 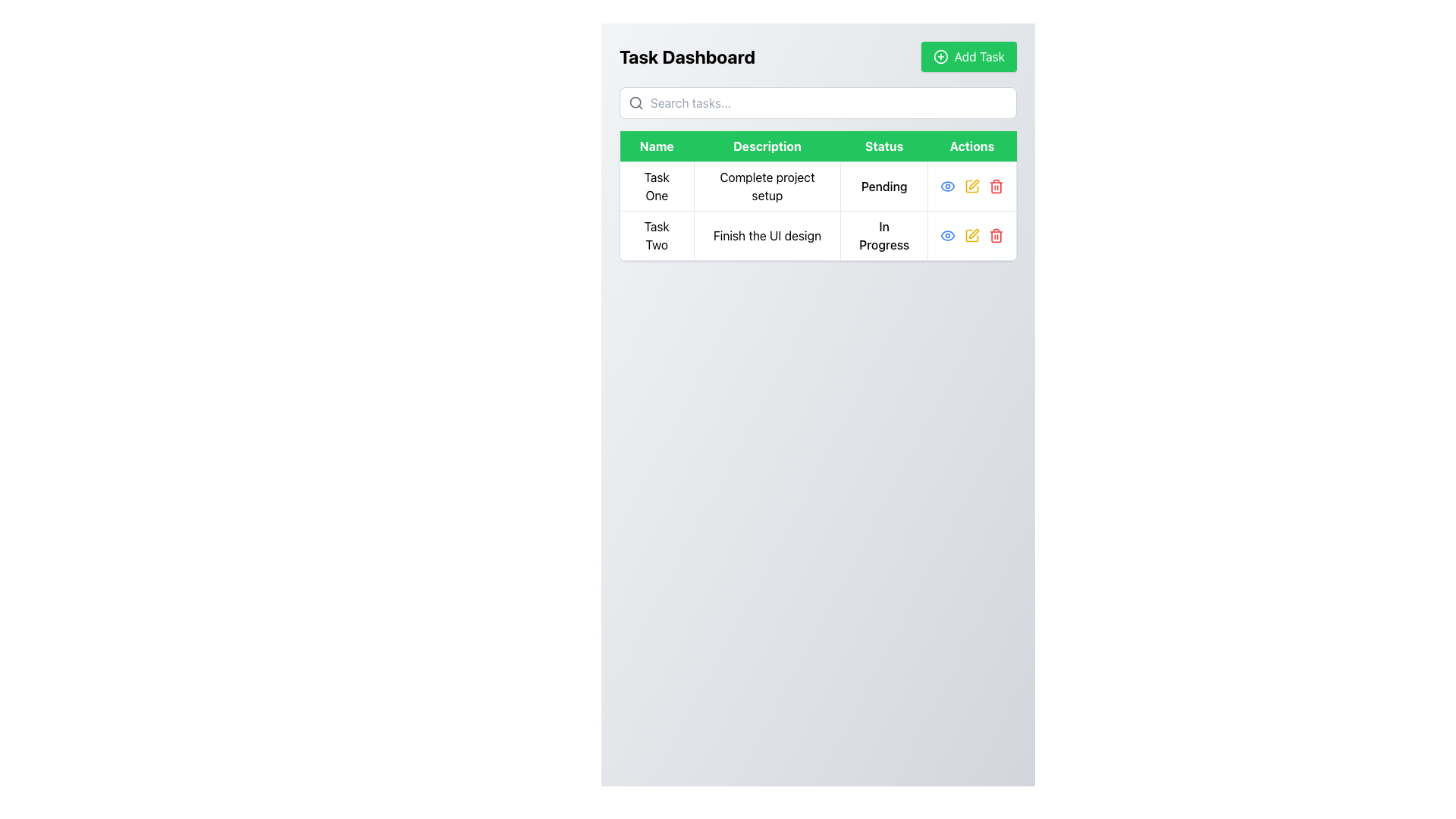 I want to click on the red trash bin icon in the 'Actions' column of the second row, so click(x=996, y=236).